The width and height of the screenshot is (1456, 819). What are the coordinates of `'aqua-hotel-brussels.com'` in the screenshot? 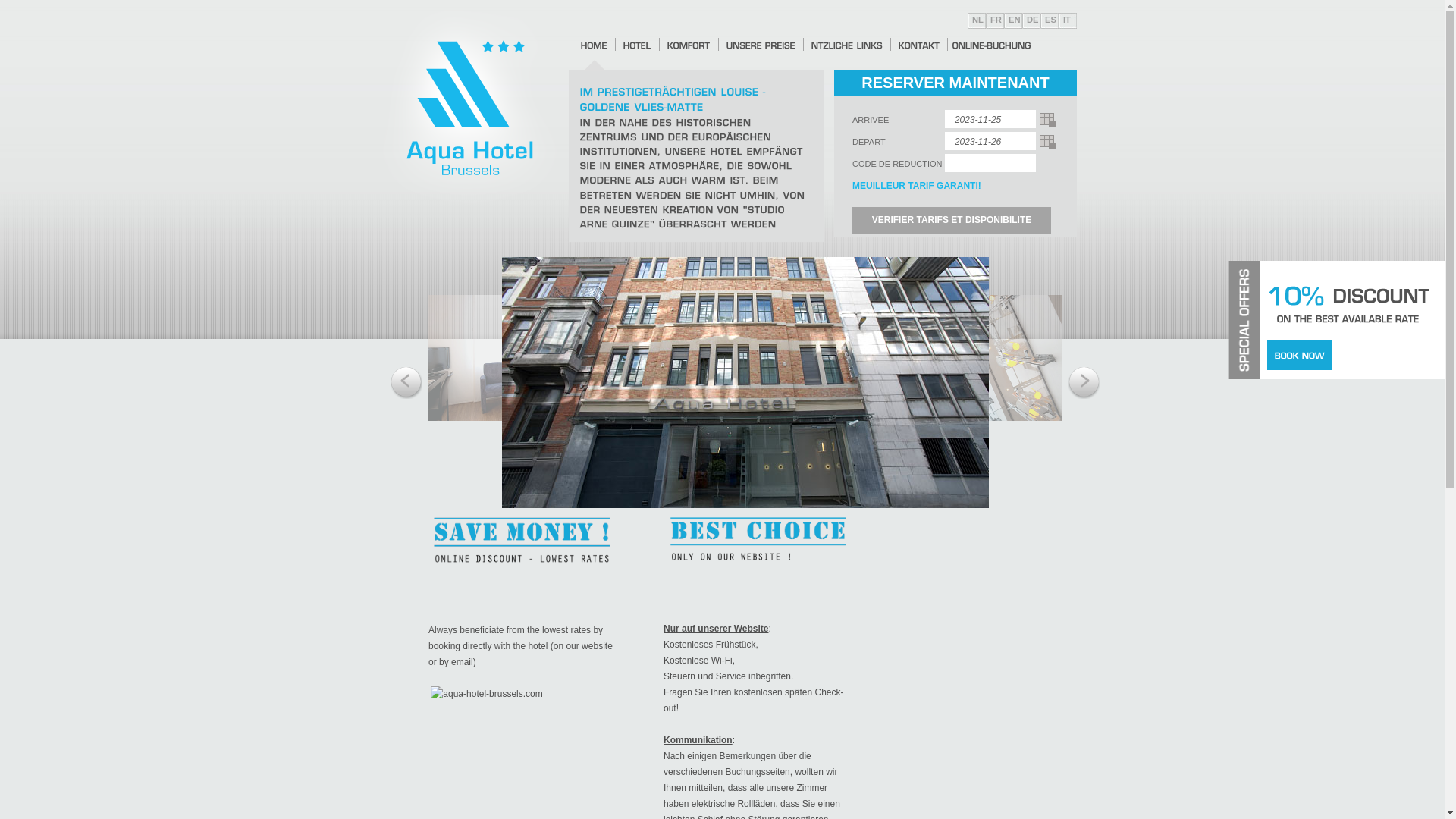 It's located at (486, 693).